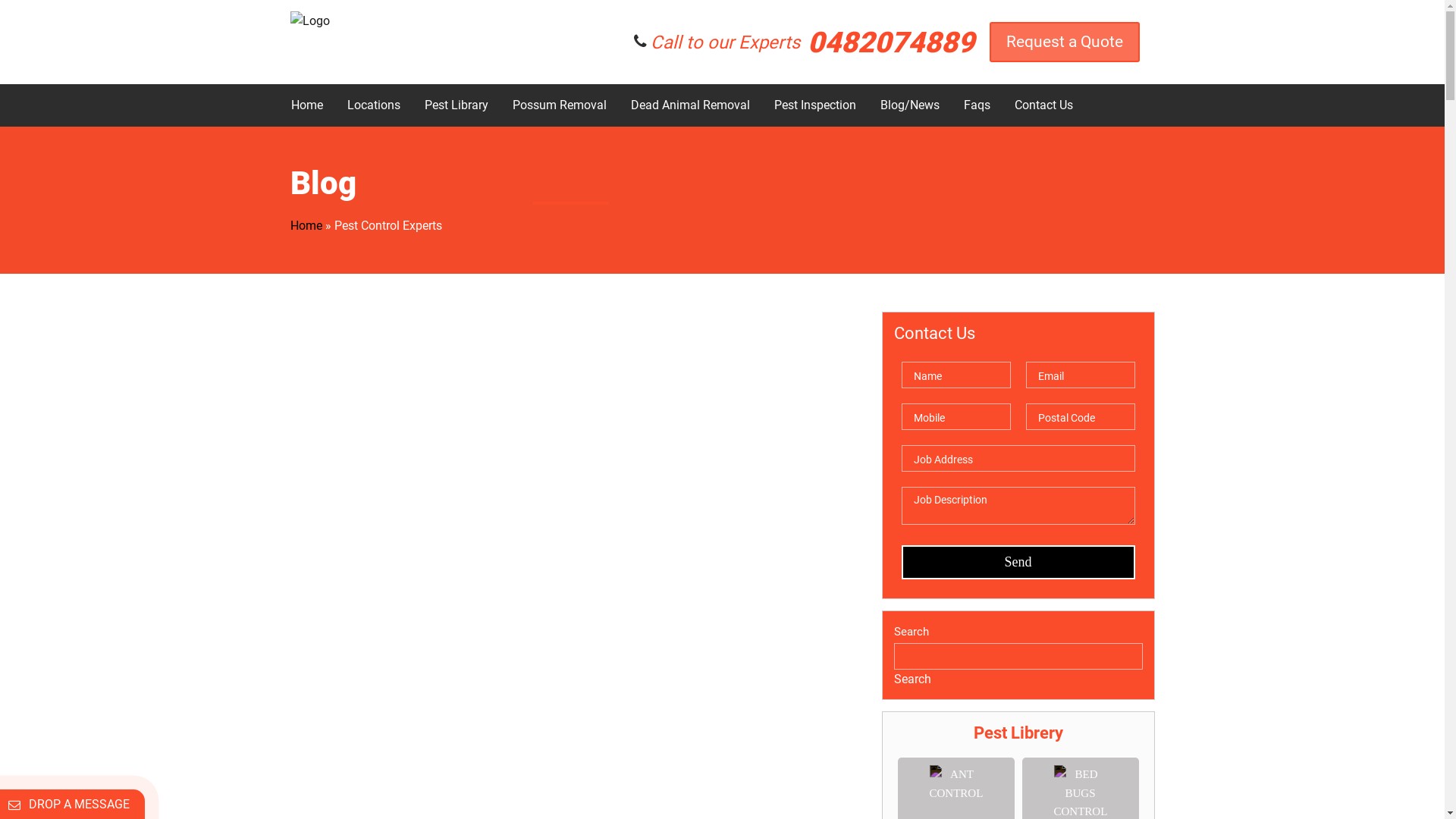  What do you see at coordinates (811, 40) in the screenshot?
I see `'Call to our Experts` at bounding box center [811, 40].